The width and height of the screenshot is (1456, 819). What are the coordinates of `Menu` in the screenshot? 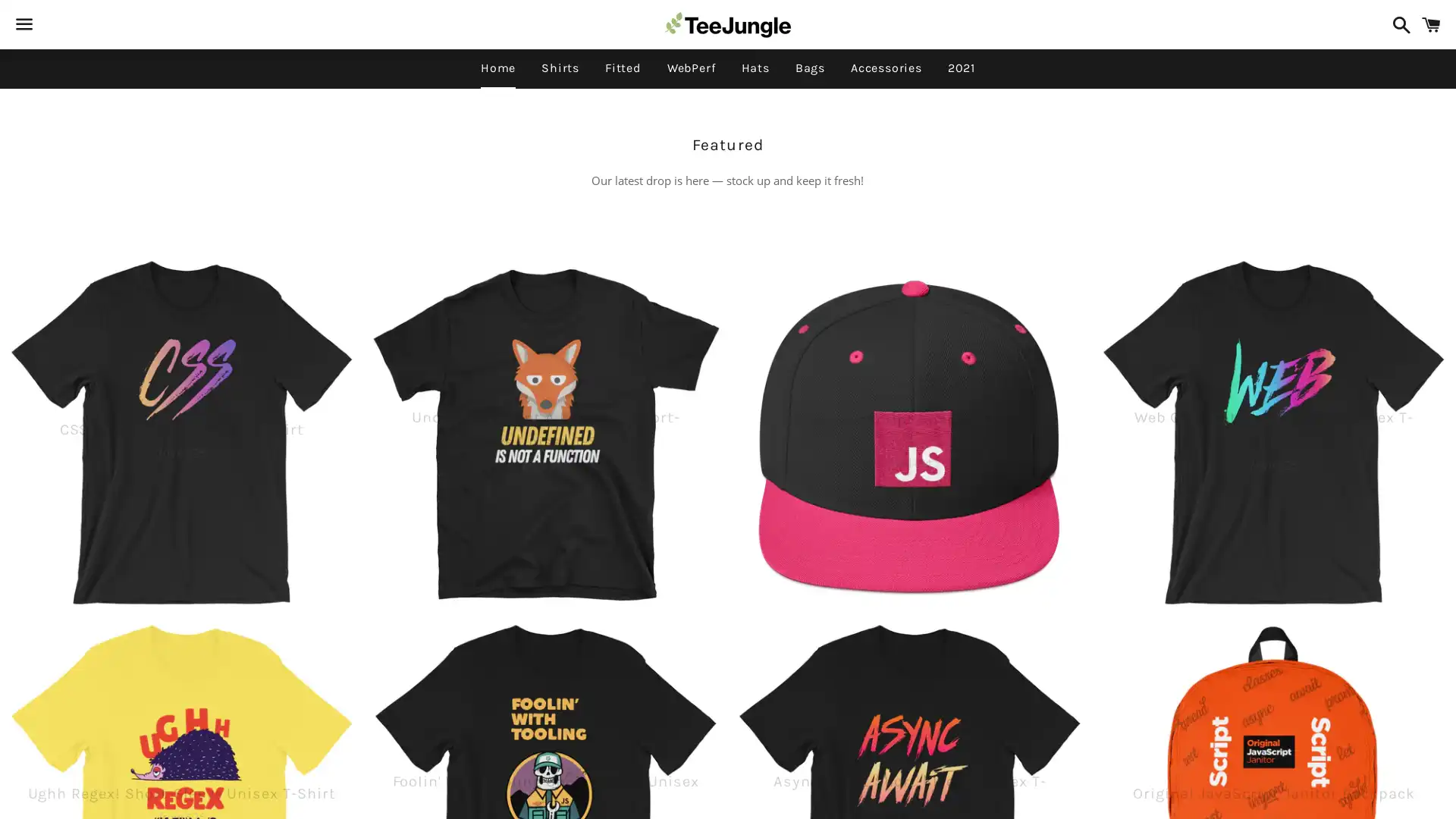 It's located at (24, 24).